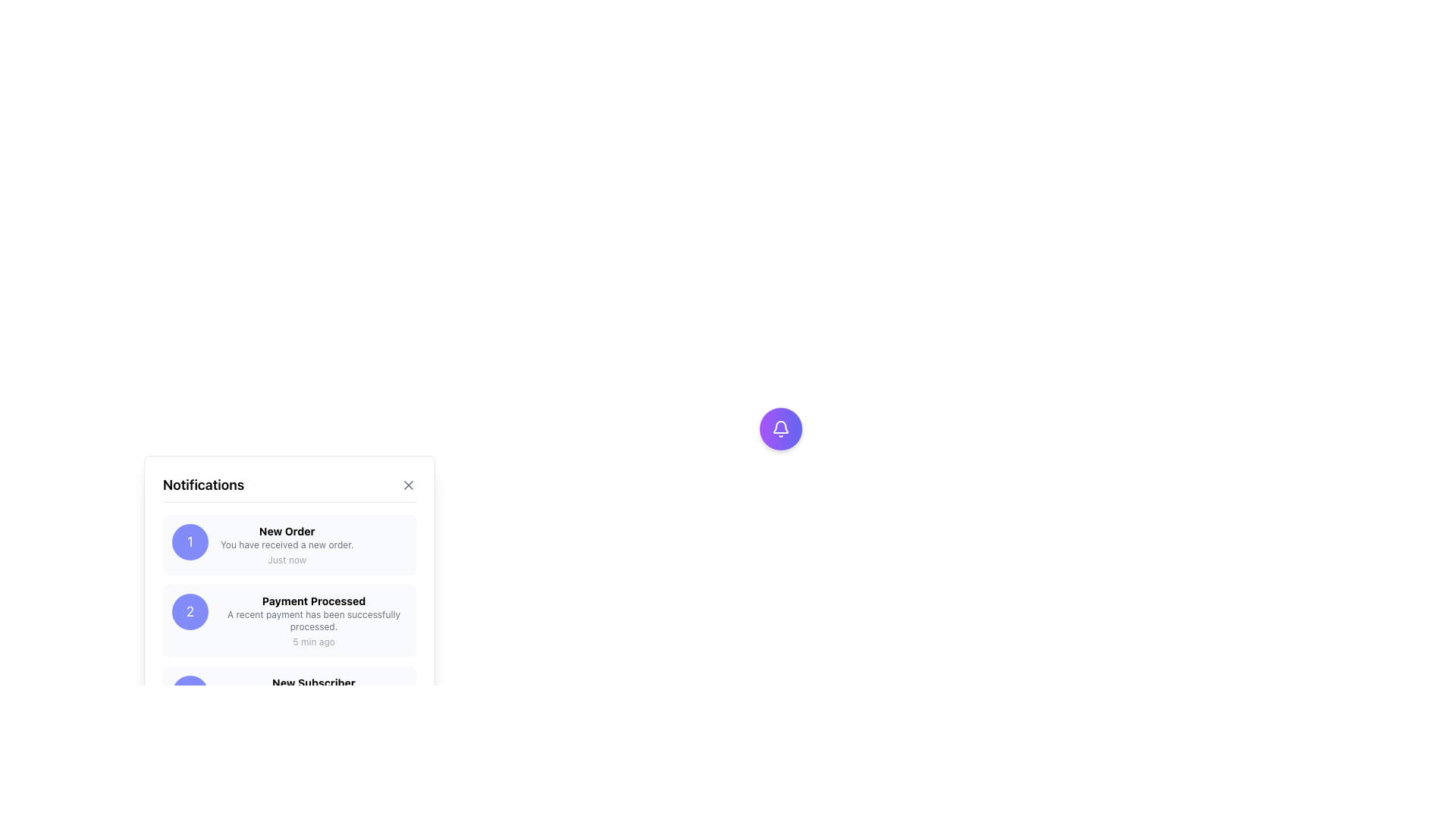 The height and width of the screenshot is (819, 1456). What do you see at coordinates (312, 620) in the screenshot?
I see `the text element that displays 'A recent payment has been successfully processed.' located beneath the title 'Payment Processed' in the notification panel` at bounding box center [312, 620].